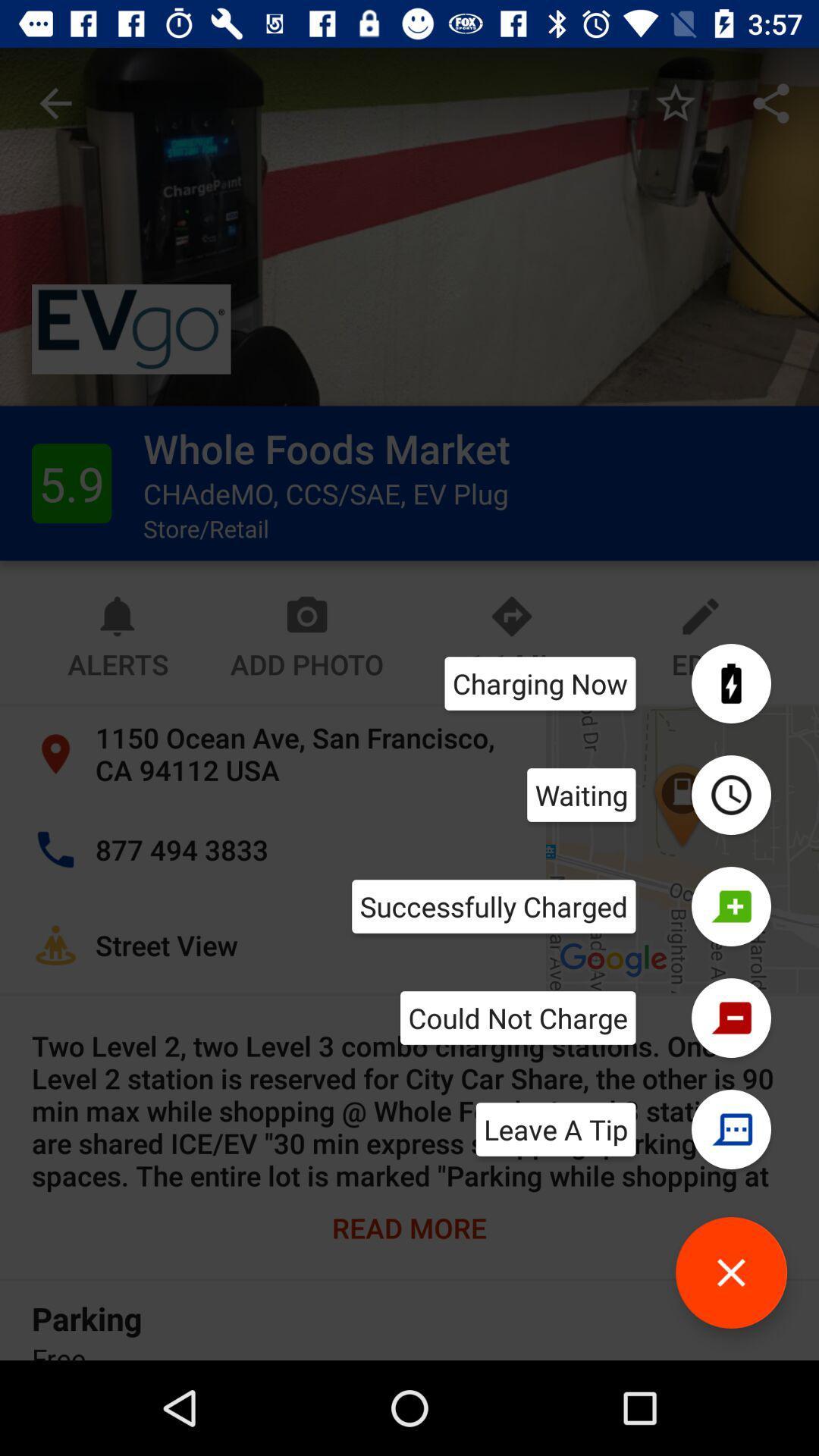  Describe the element at coordinates (494, 906) in the screenshot. I see `successfully charged item` at that location.